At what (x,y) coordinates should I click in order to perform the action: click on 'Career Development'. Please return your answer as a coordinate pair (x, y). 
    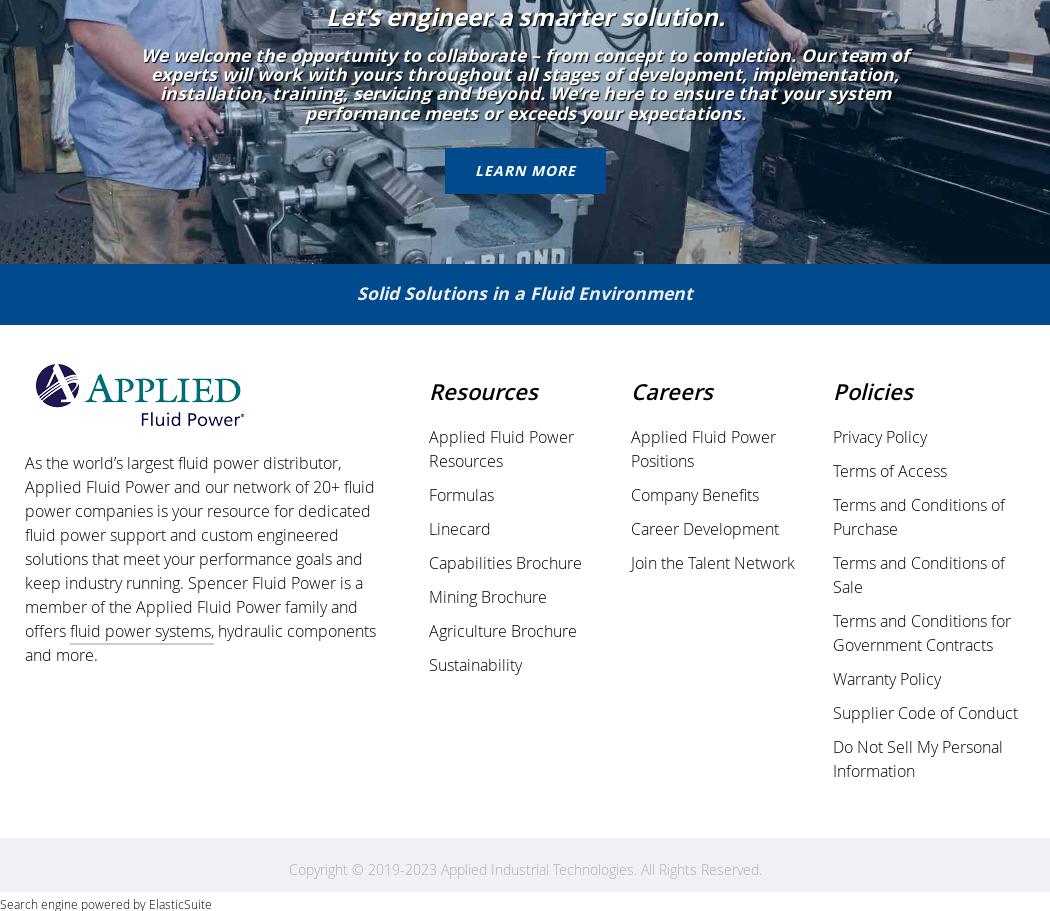
    Looking at the image, I should click on (704, 527).